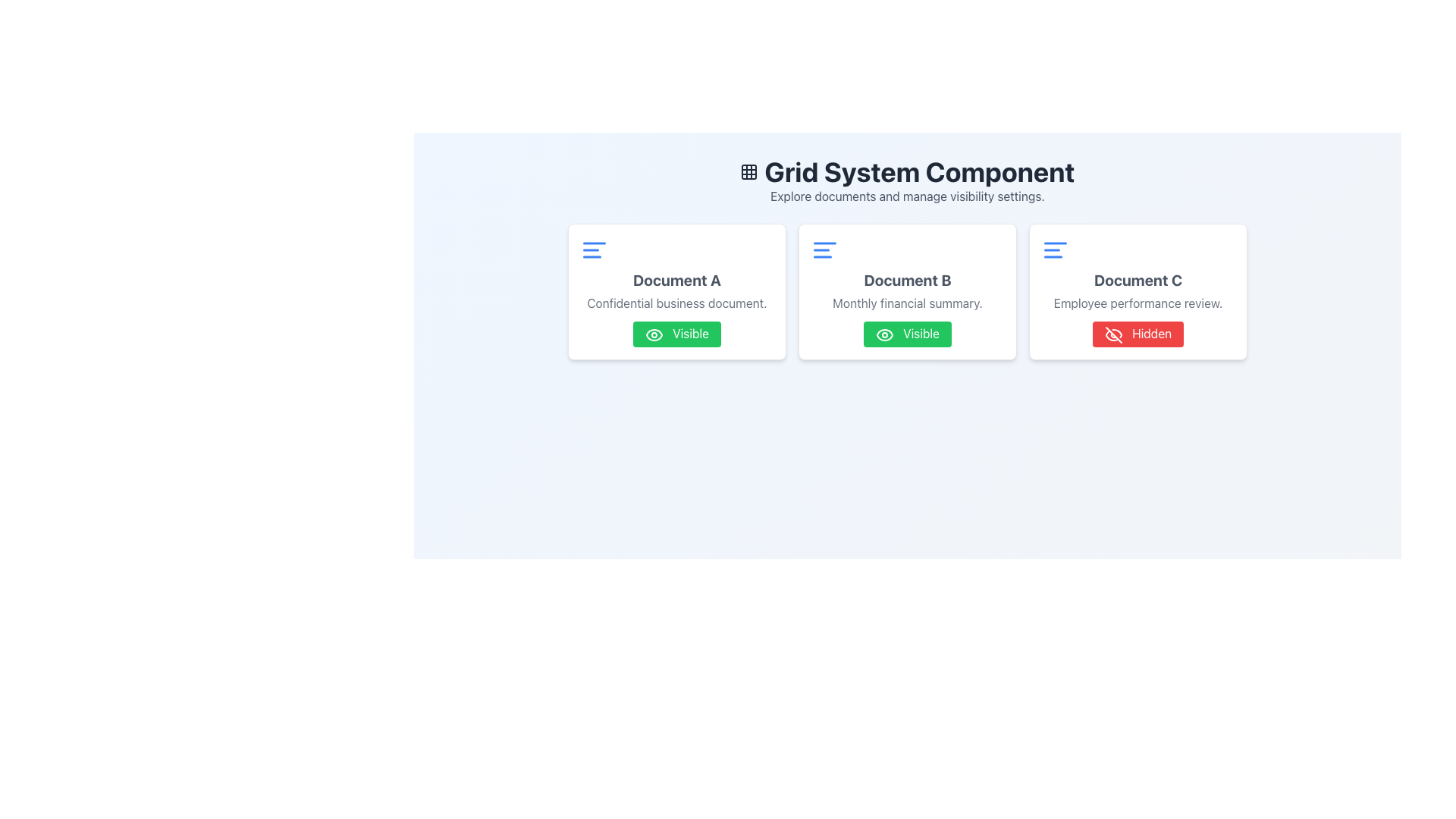 The height and width of the screenshot is (819, 1456). What do you see at coordinates (676, 303) in the screenshot?
I see `the text label displaying 'Confidential business document.' which is located beneath the heading 'Document A' in the white card component` at bounding box center [676, 303].